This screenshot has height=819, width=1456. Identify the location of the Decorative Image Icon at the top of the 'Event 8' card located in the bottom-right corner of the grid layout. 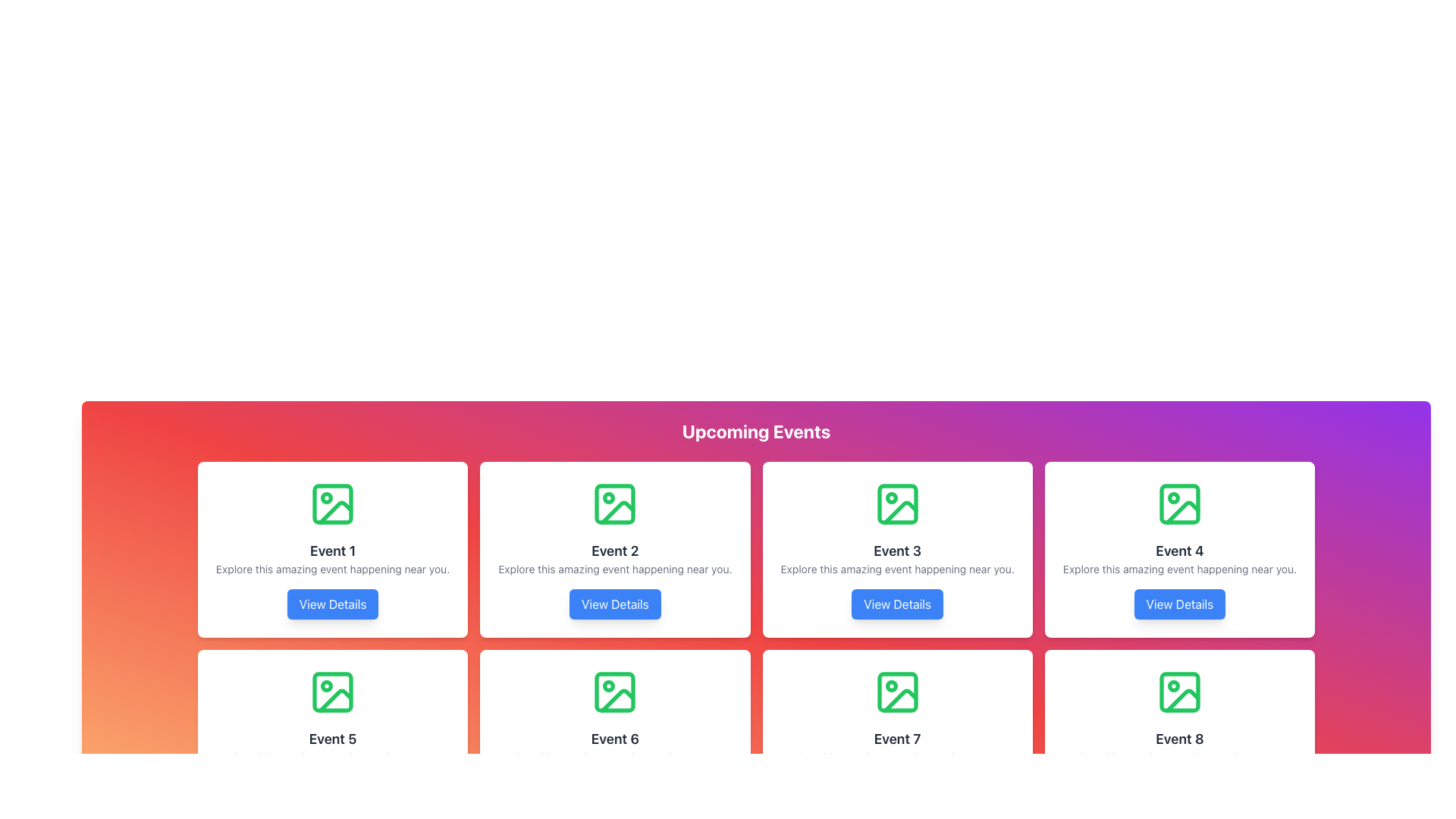
(1178, 692).